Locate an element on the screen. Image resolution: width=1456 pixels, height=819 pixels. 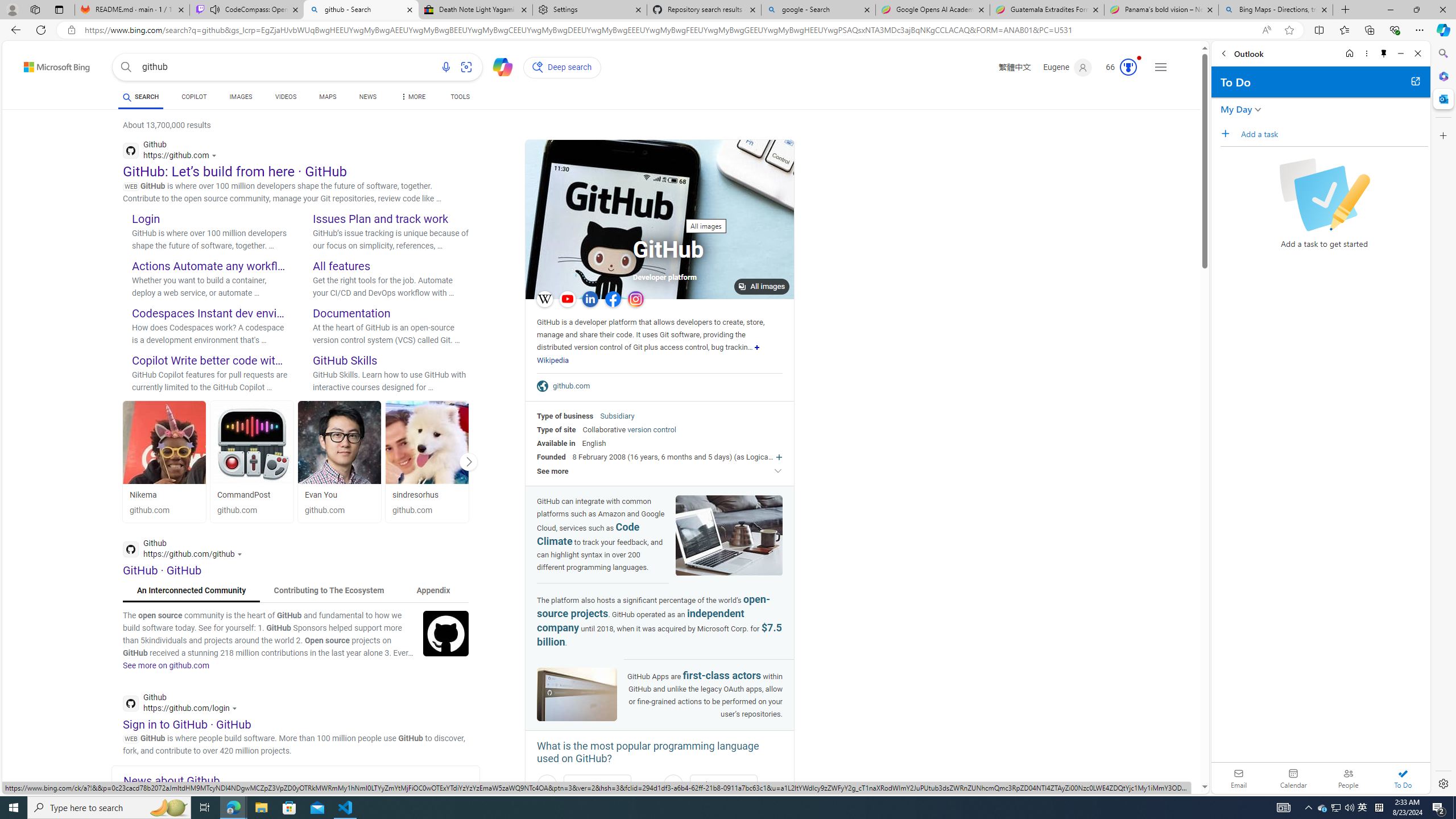
'CommandPost' is located at coordinates (253, 442).